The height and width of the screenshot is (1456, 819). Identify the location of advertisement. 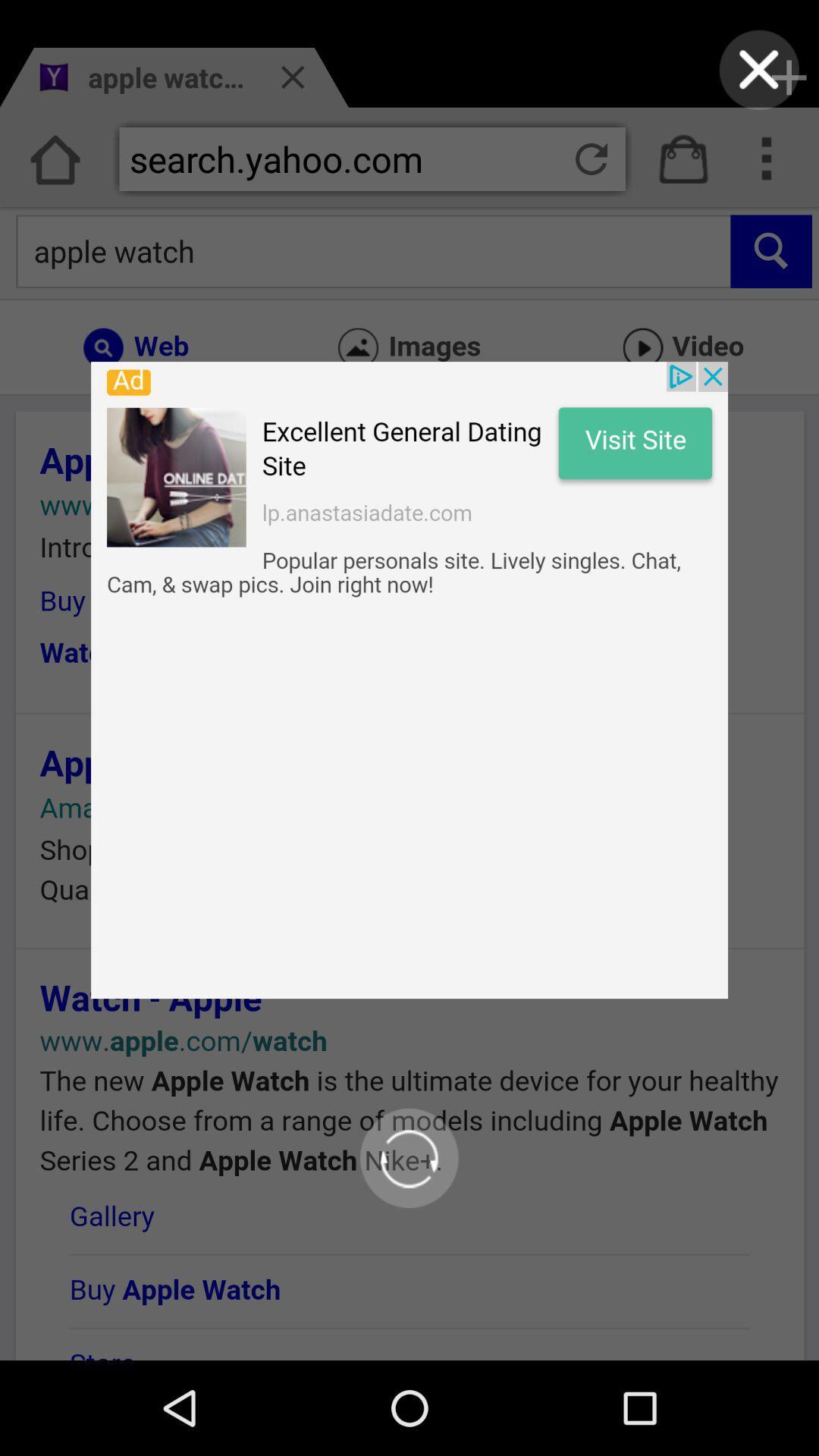
(409, 679).